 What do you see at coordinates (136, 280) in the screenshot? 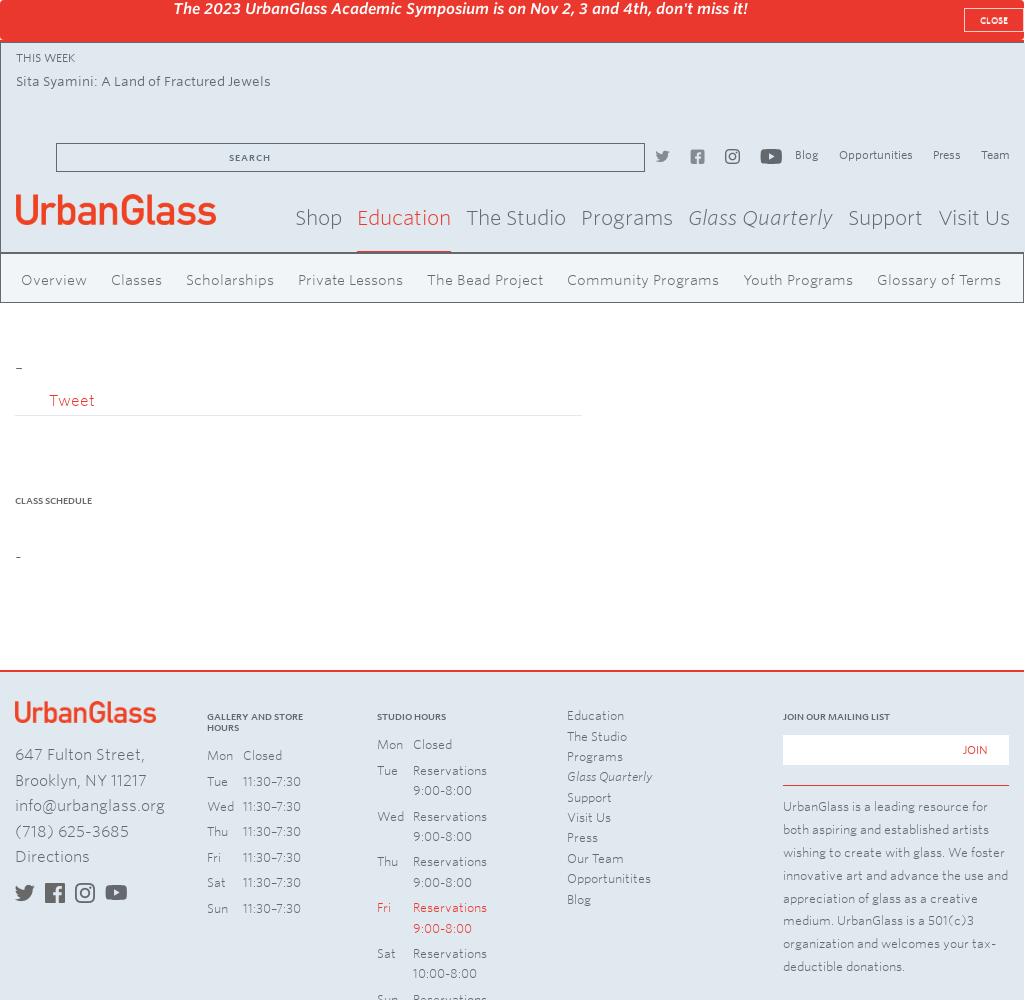
I see `'Classes'` at bounding box center [136, 280].